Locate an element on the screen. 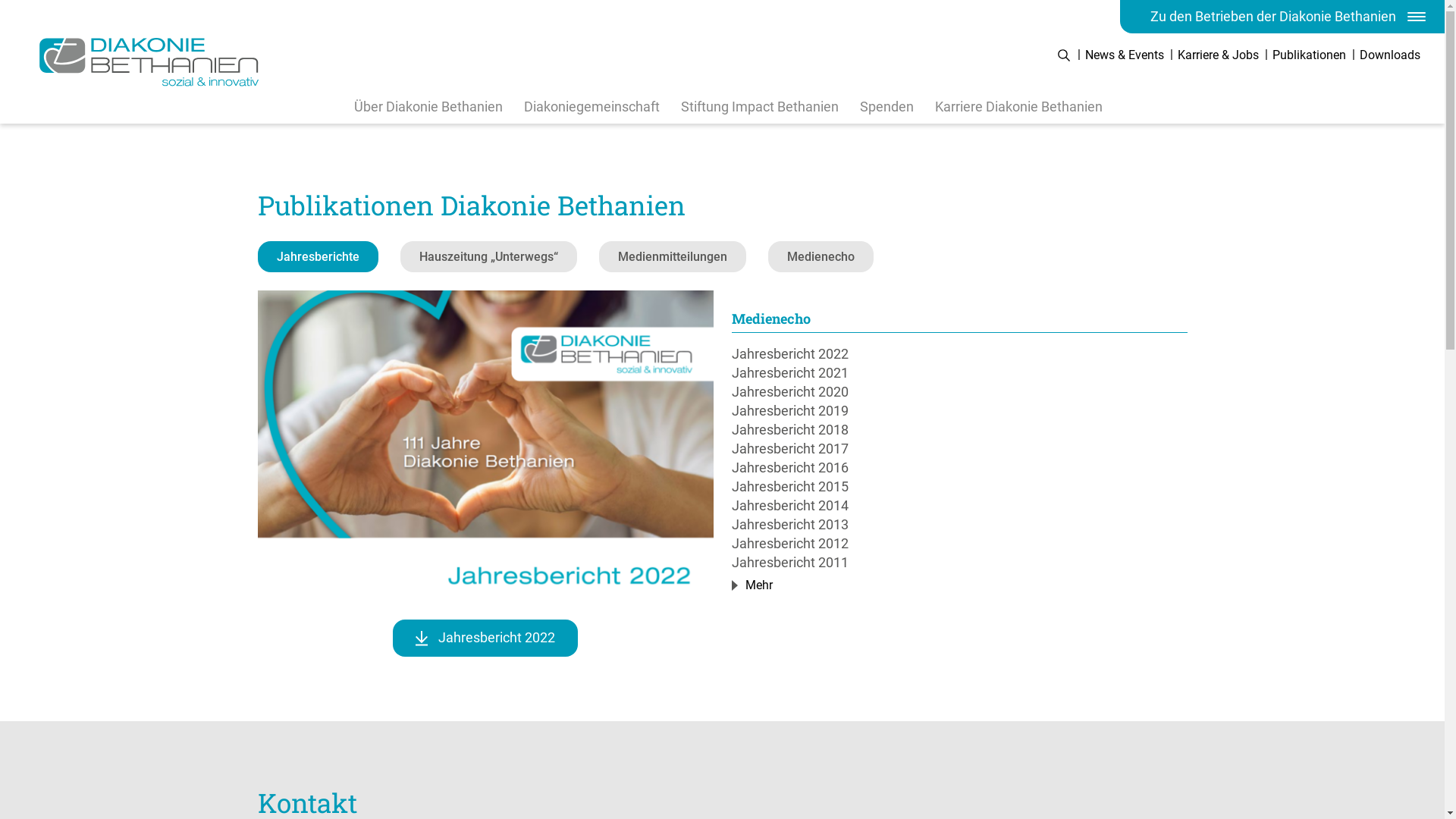 This screenshot has height=819, width=1456. 'Jahresbericht 2016' is located at coordinates (958, 466).